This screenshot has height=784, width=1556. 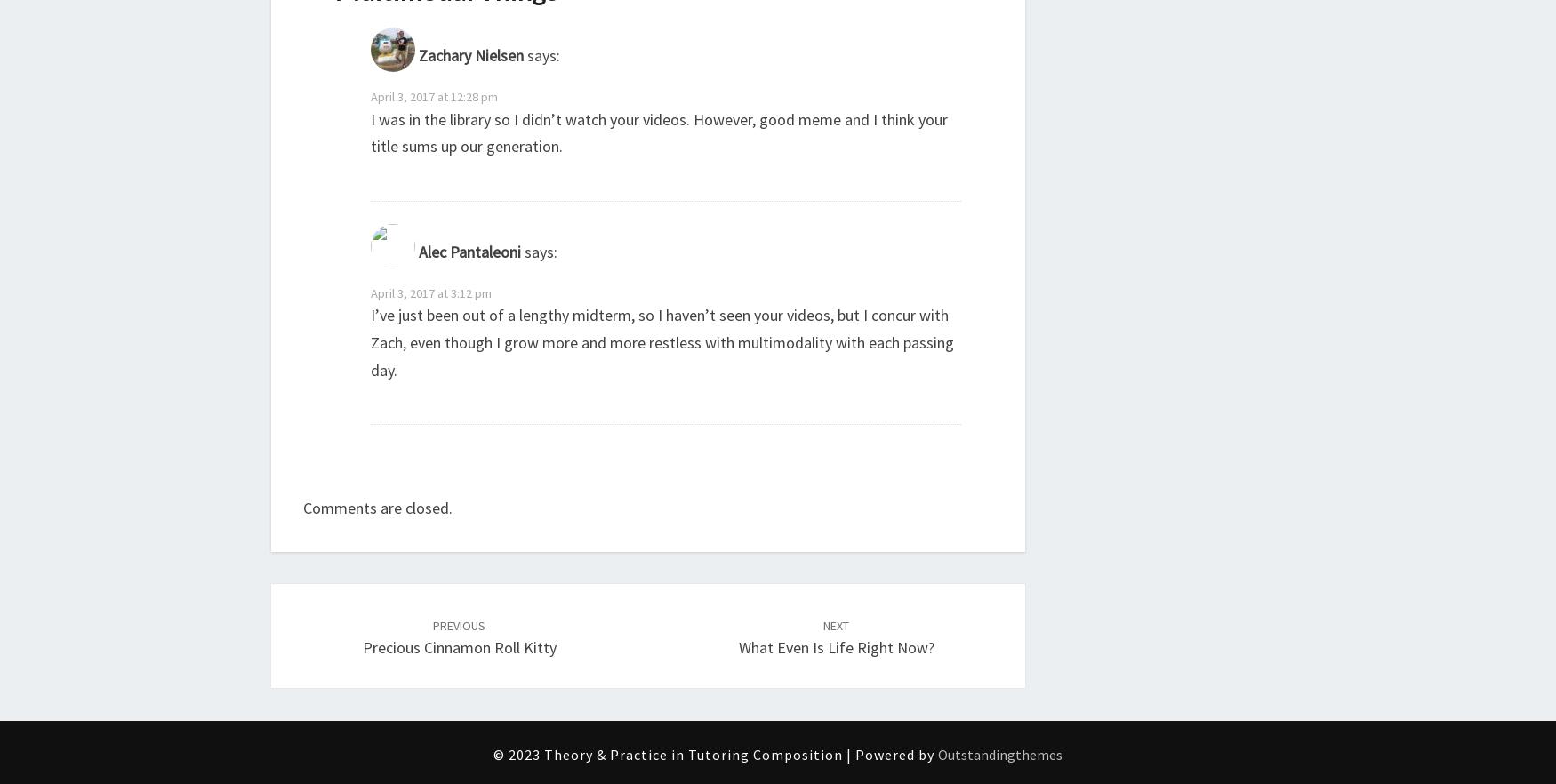 I want to click on '© 2023 Theory & Practice in Tutoring Composition			| Powered by', so click(x=492, y=755).